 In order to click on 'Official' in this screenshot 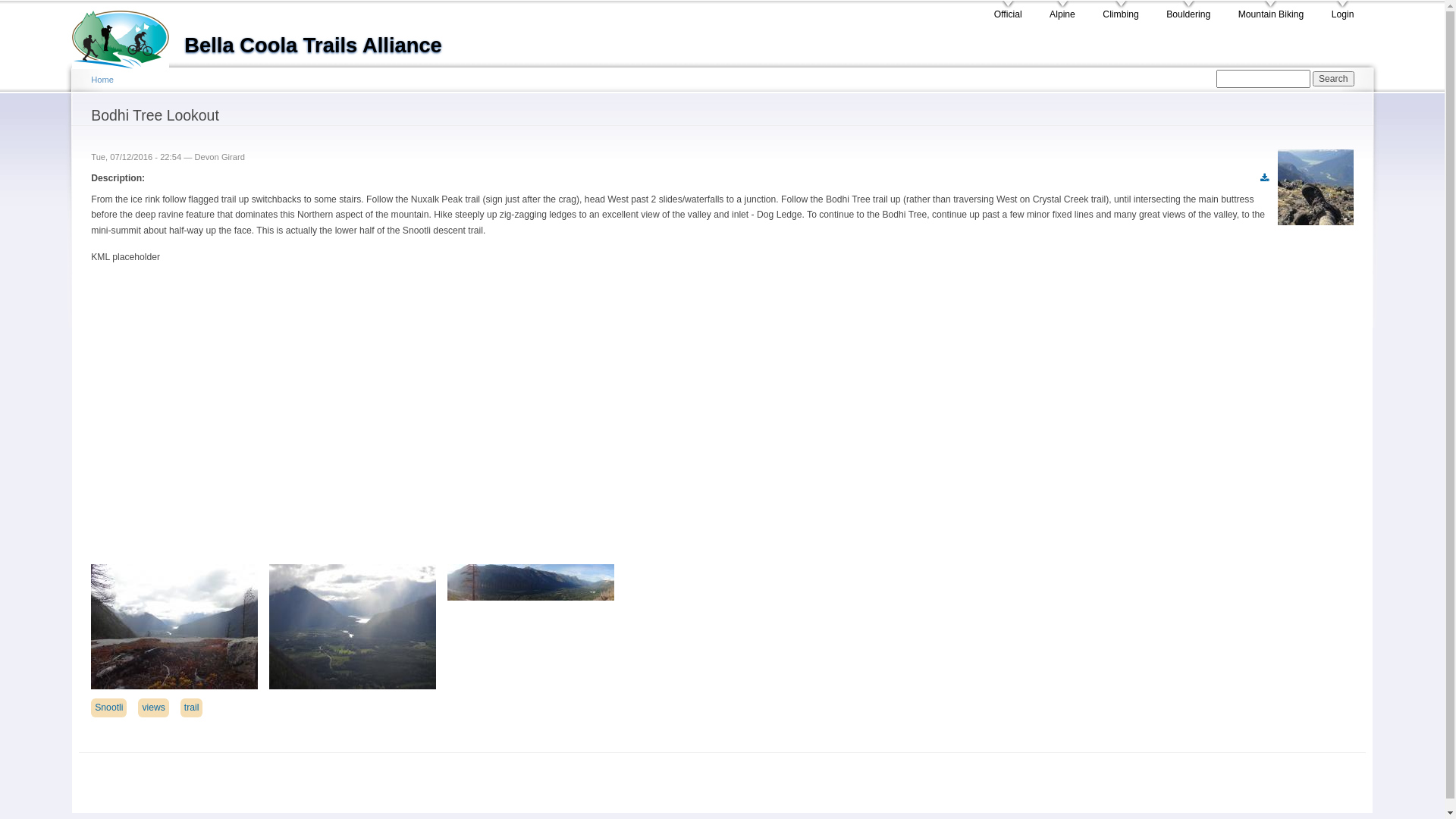, I will do `click(1008, 11)`.